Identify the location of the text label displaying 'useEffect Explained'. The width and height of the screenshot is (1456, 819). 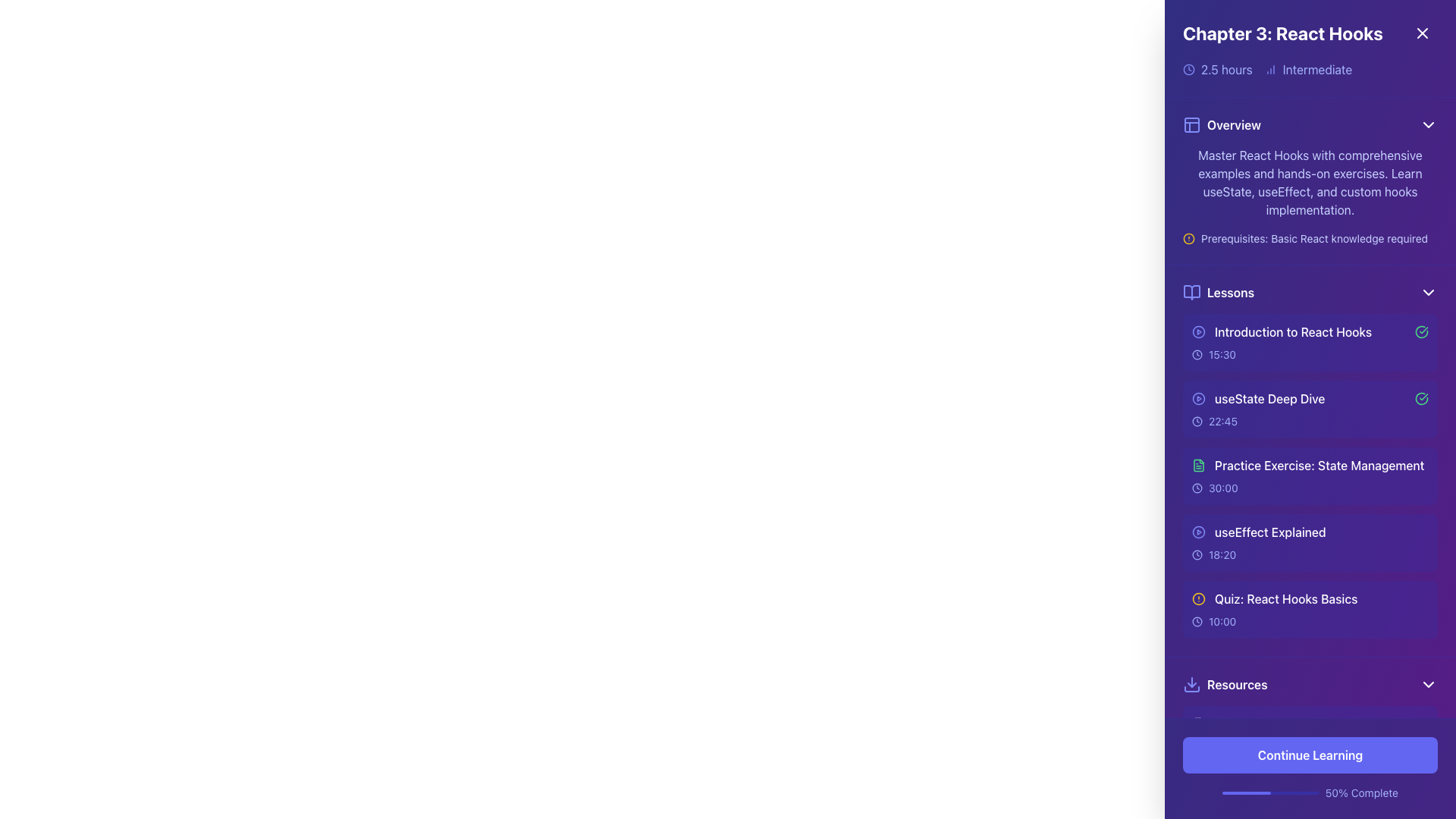
(1270, 532).